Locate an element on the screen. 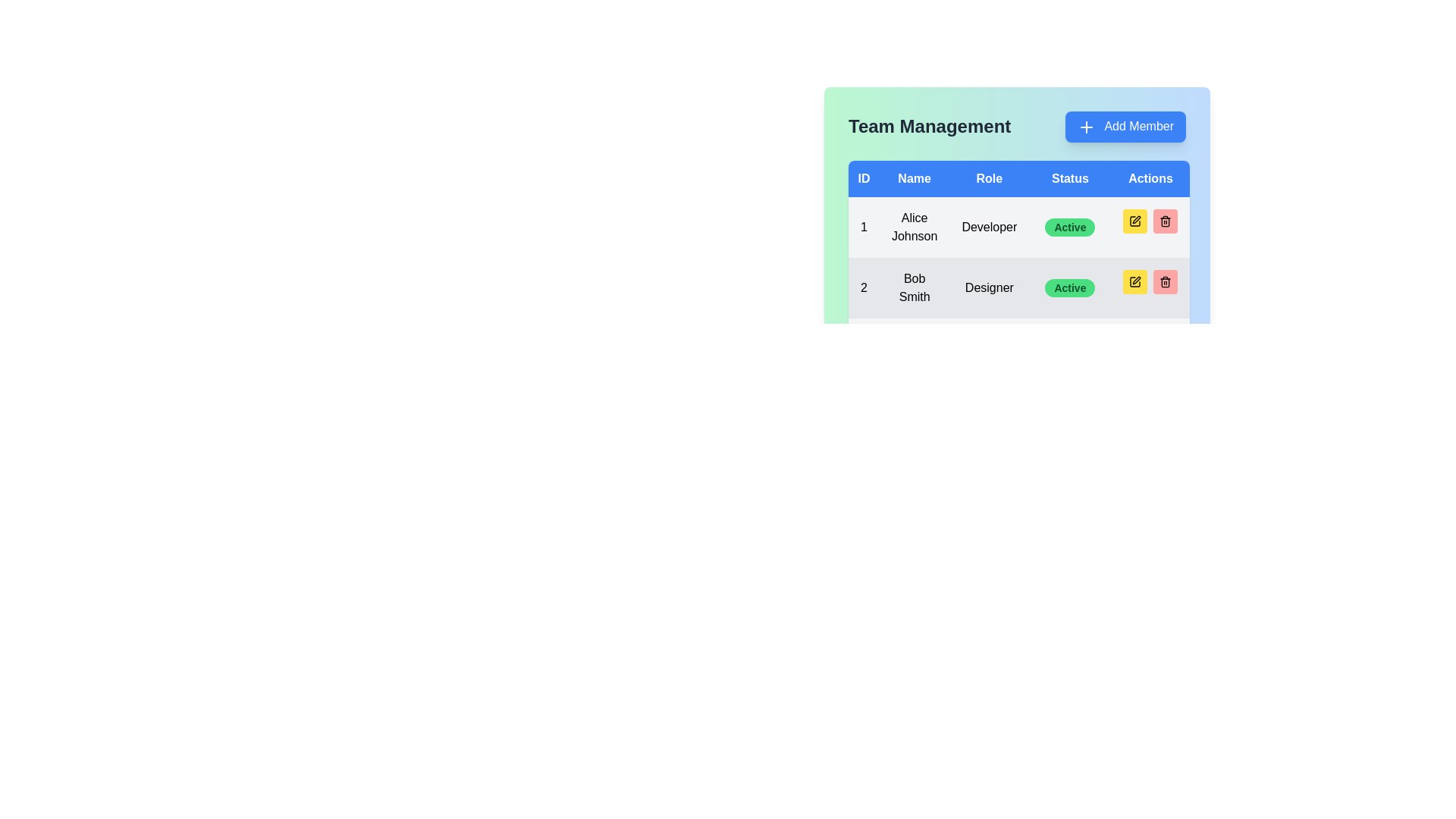 This screenshot has width=1456, height=819. the delete button located in the 'Actions' column of the table, positioned directly to the right of the yellow edit button is located at coordinates (1165, 281).